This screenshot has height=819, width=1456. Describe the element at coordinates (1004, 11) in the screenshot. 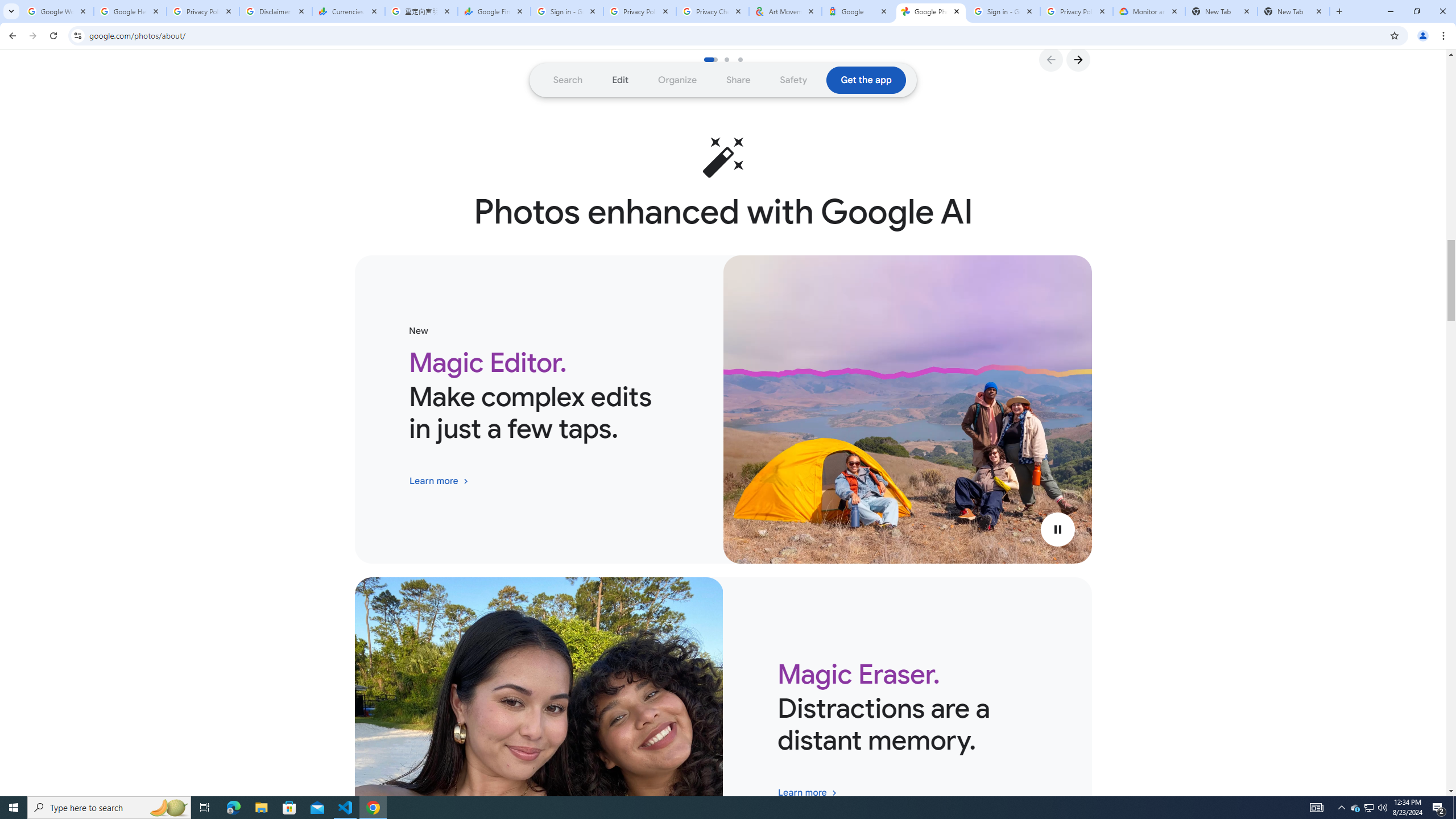

I see `'Sign in - Google Accounts'` at that location.